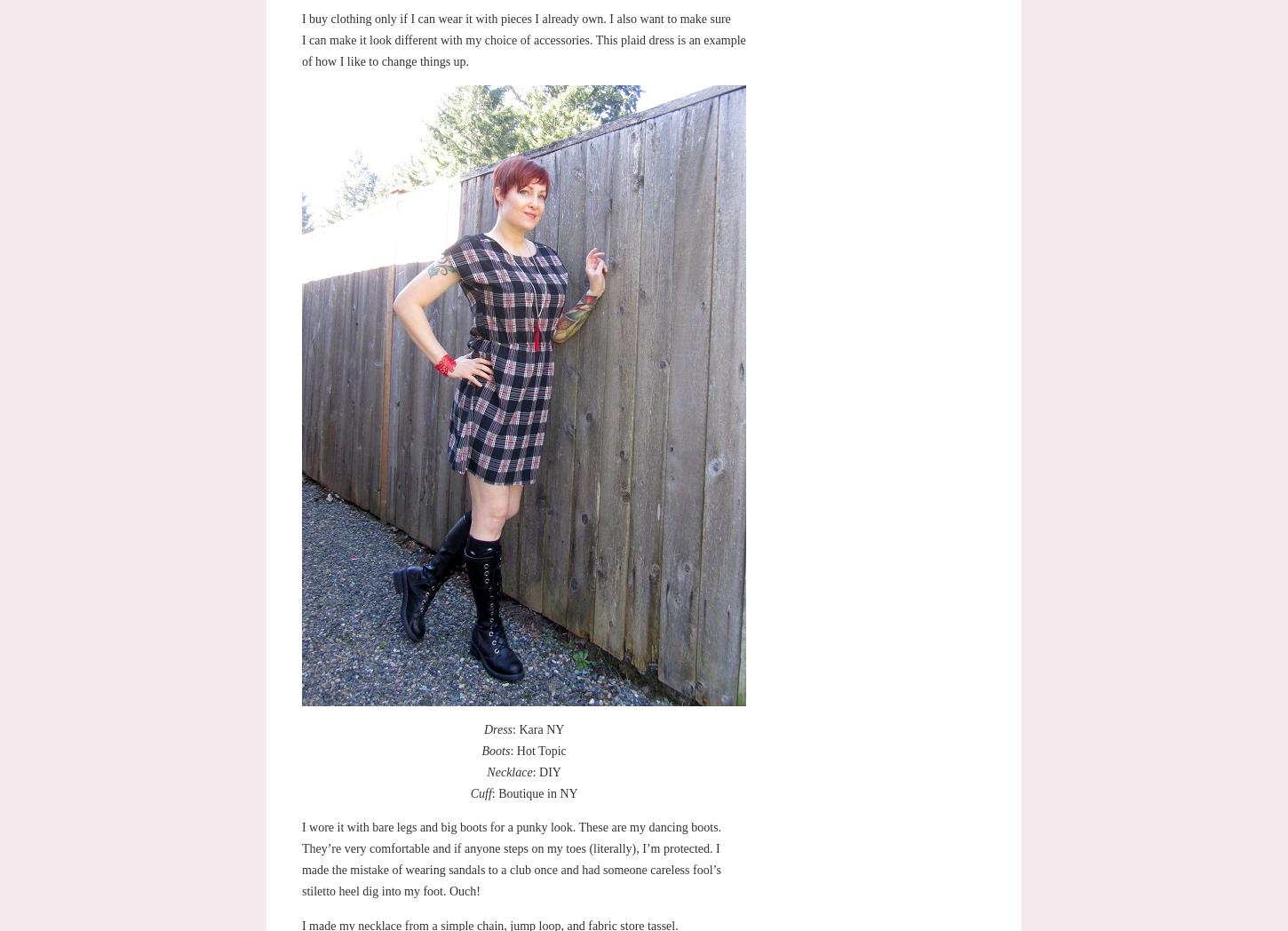 This screenshot has width=1288, height=931. Describe the element at coordinates (301, 38) in the screenshot. I see `'I buy clothing only if I can wear it with pieces I already own. I also want to make sure I can make it look different with my choice of accessories. This plaid dress is an example of how I like to change things up.'` at that location.